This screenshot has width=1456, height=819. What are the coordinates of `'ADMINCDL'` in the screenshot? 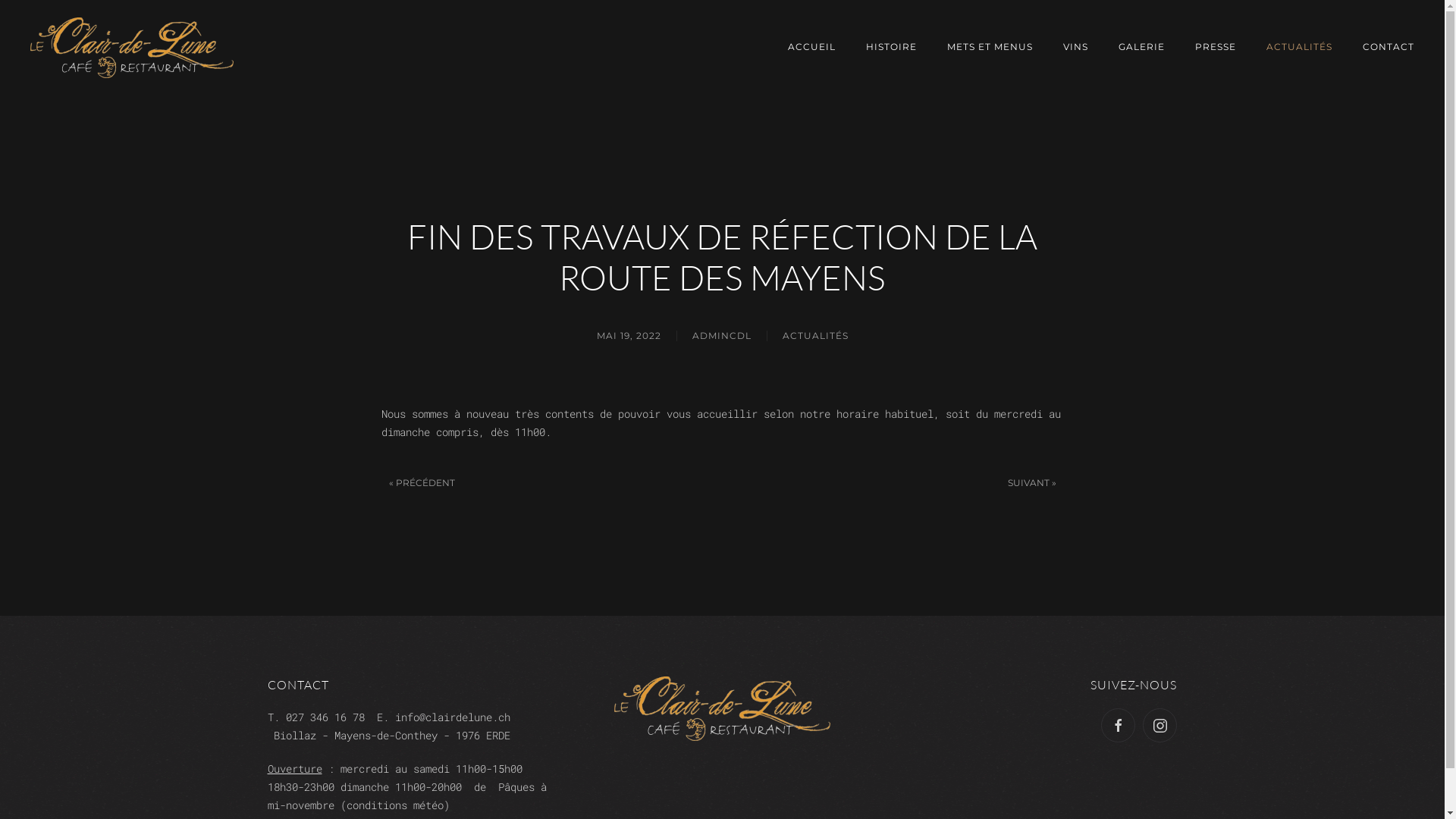 It's located at (720, 335).